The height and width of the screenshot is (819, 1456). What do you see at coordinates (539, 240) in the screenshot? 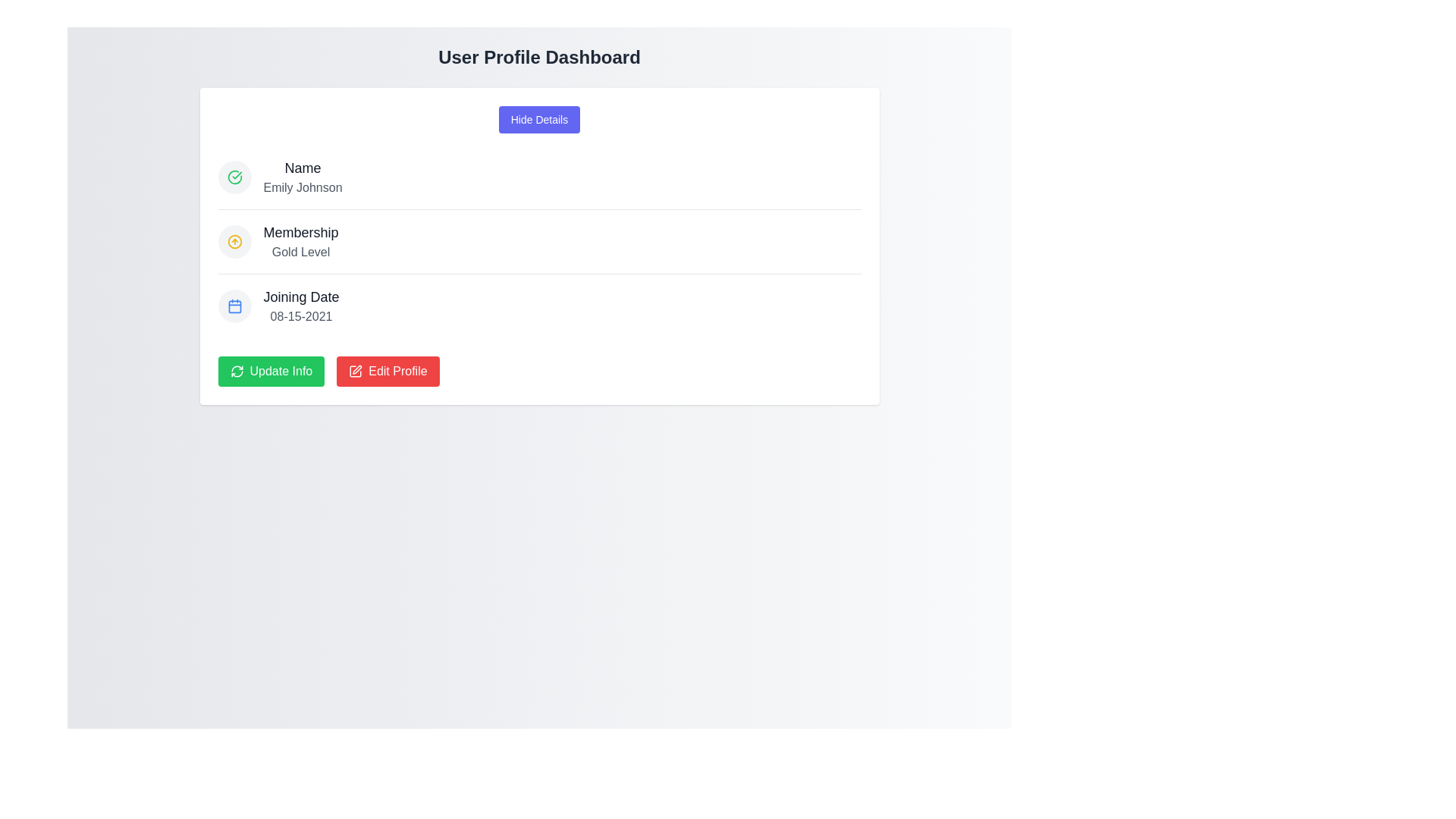
I see `the Information Display element that shows the user's membership tier information, located as the second item in a vertically stacked list between 'Name' and 'Joining Date'` at bounding box center [539, 240].